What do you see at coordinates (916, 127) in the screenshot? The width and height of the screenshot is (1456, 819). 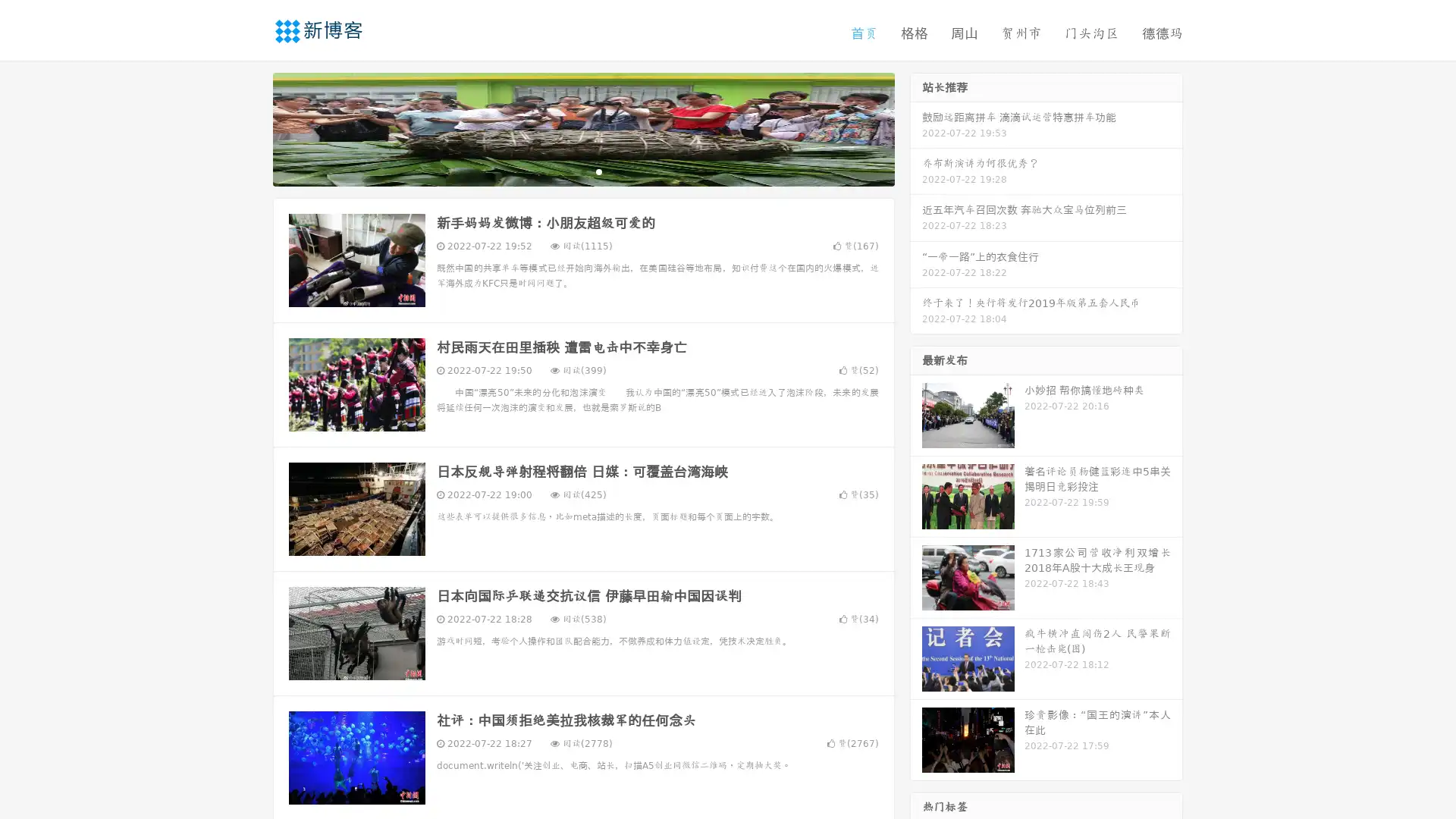 I see `Next slide` at bounding box center [916, 127].